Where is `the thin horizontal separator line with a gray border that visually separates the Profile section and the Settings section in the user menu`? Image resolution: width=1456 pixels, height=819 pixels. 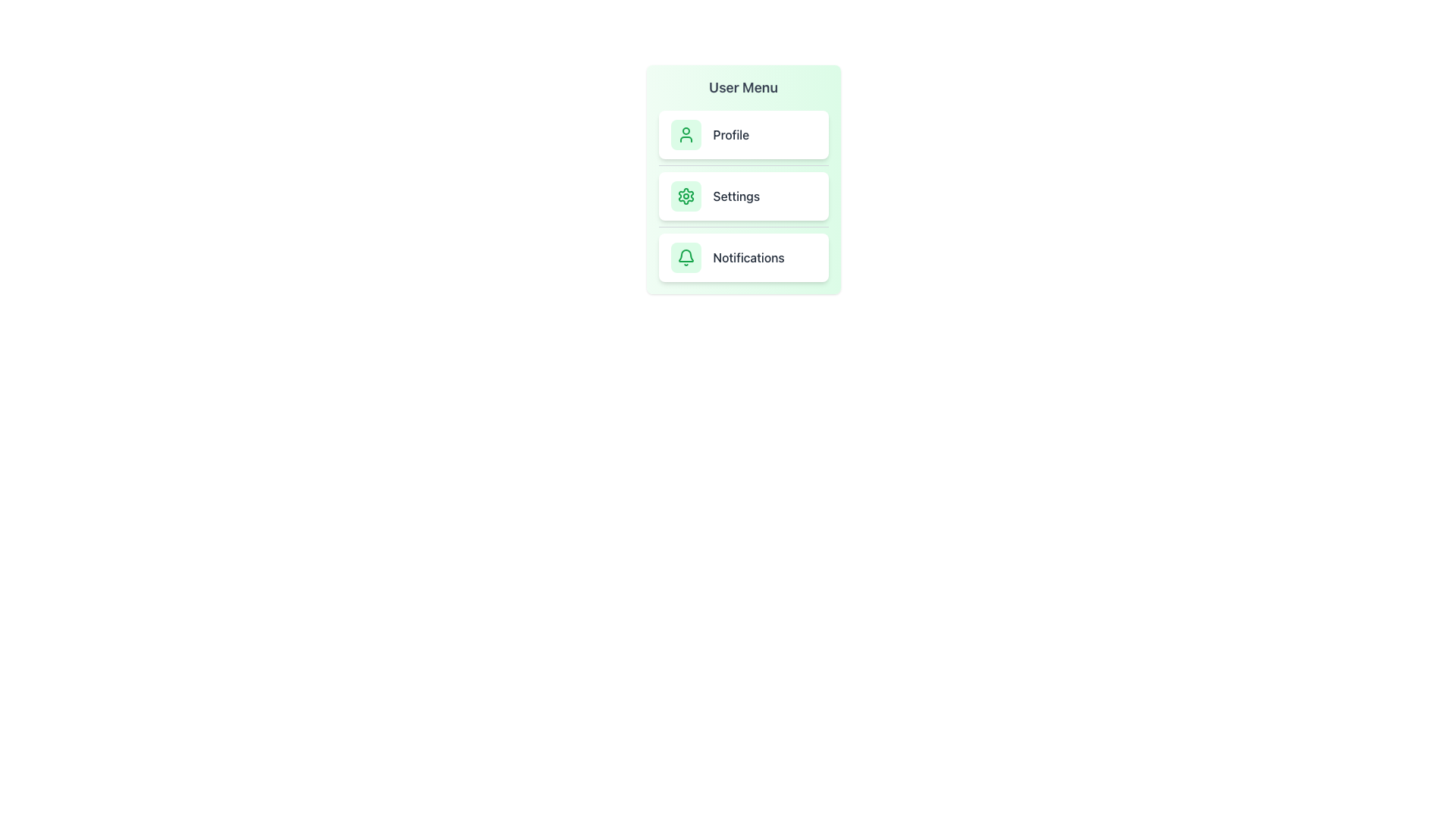
the thin horizontal separator line with a gray border that visually separates the Profile section and the Settings section in the user menu is located at coordinates (743, 165).